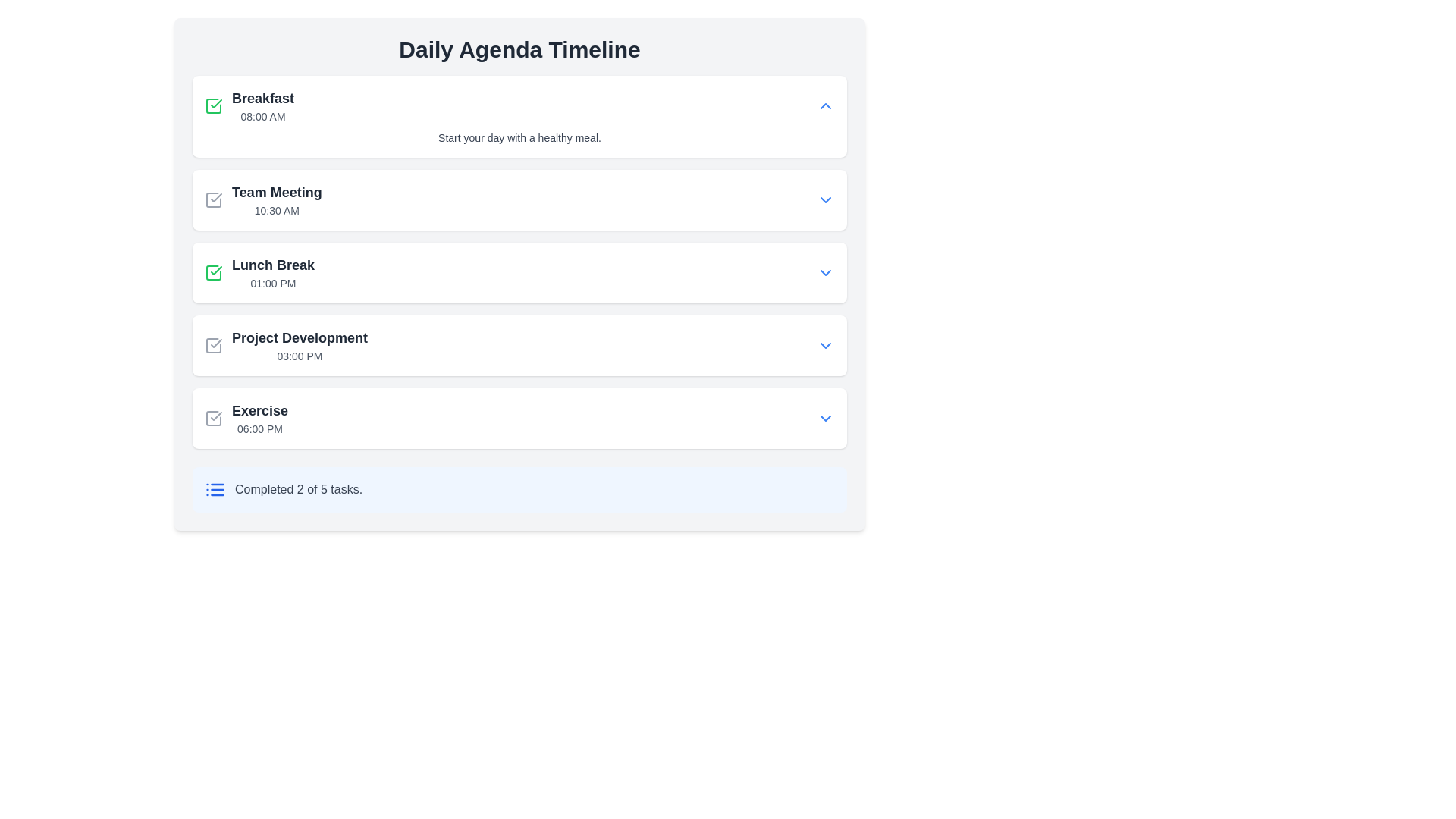  What do you see at coordinates (300, 337) in the screenshot?
I see `text label displaying 'Project Development', which is the fourth entry in the 'Daily Agenda Timeline' layout, positioned above the '03:00 PM' text and below the 'Lunch Break' entry` at bounding box center [300, 337].